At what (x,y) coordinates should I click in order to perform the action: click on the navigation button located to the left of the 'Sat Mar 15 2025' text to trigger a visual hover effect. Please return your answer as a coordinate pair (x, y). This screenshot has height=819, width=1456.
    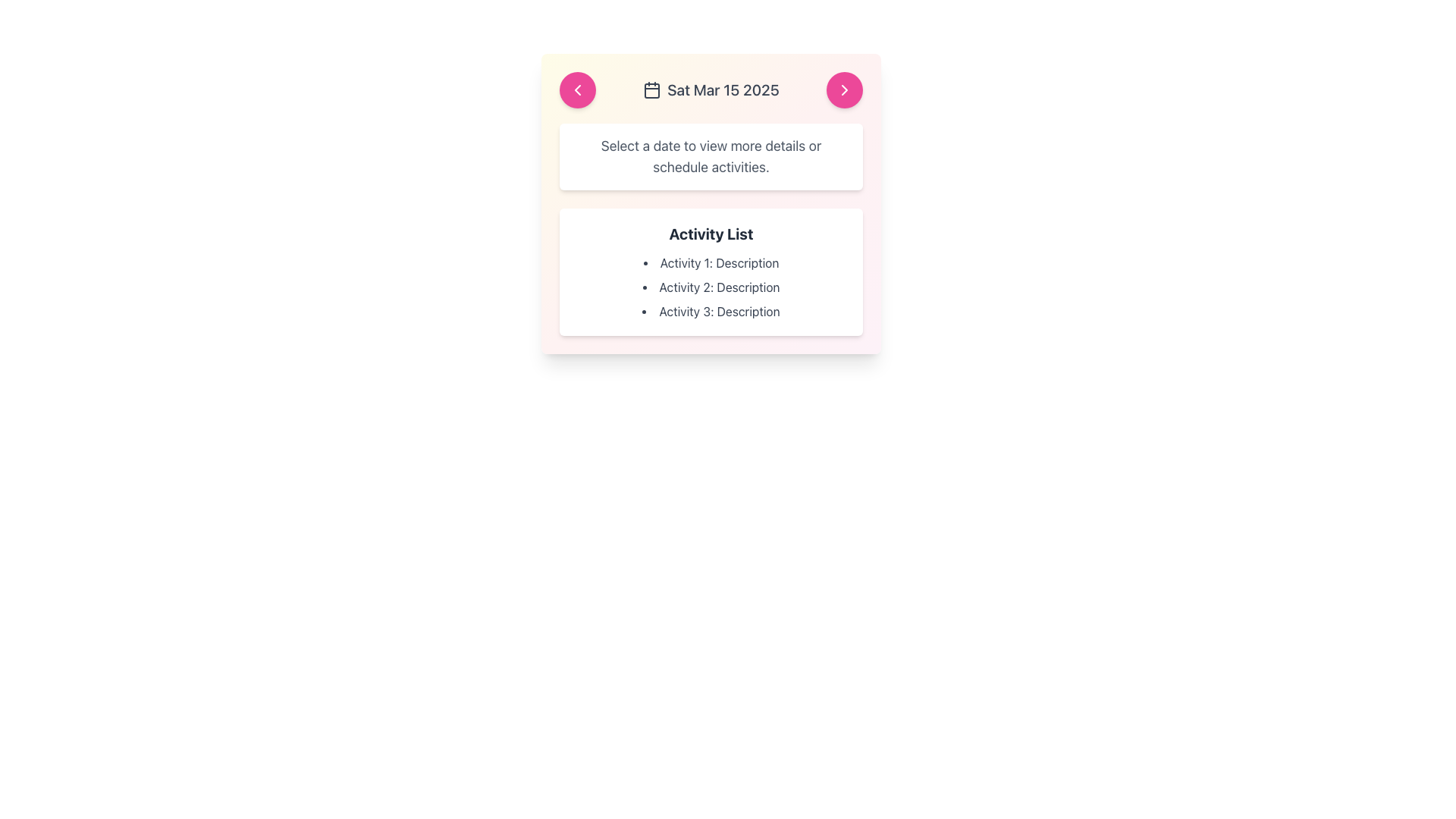
    Looking at the image, I should click on (577, 90).